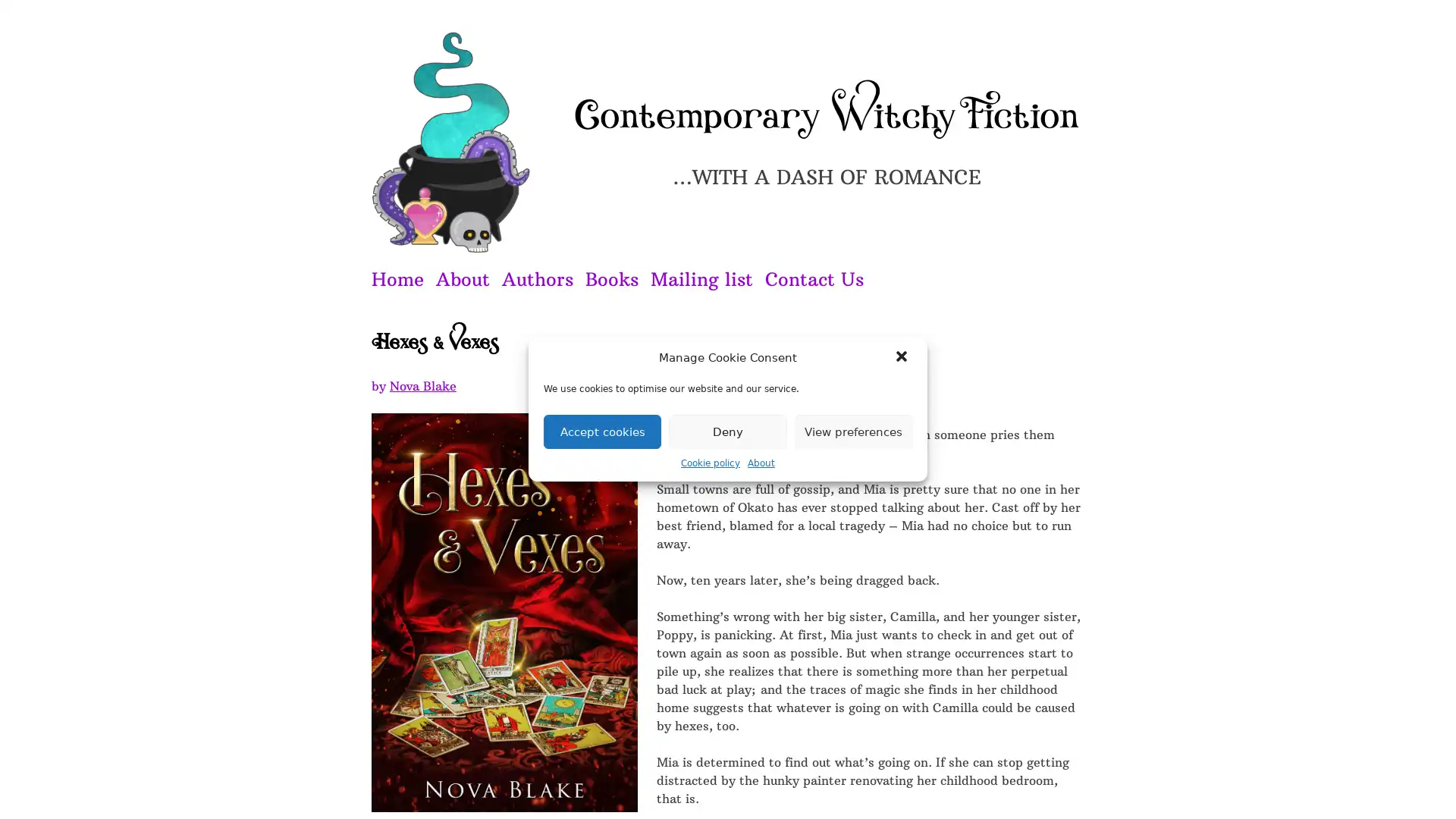 This screenshot has width=1456, height=819. What do you see at coordinates (726, 431) in the screenshot?
I see `Deny` at bounding box center [726, 431].